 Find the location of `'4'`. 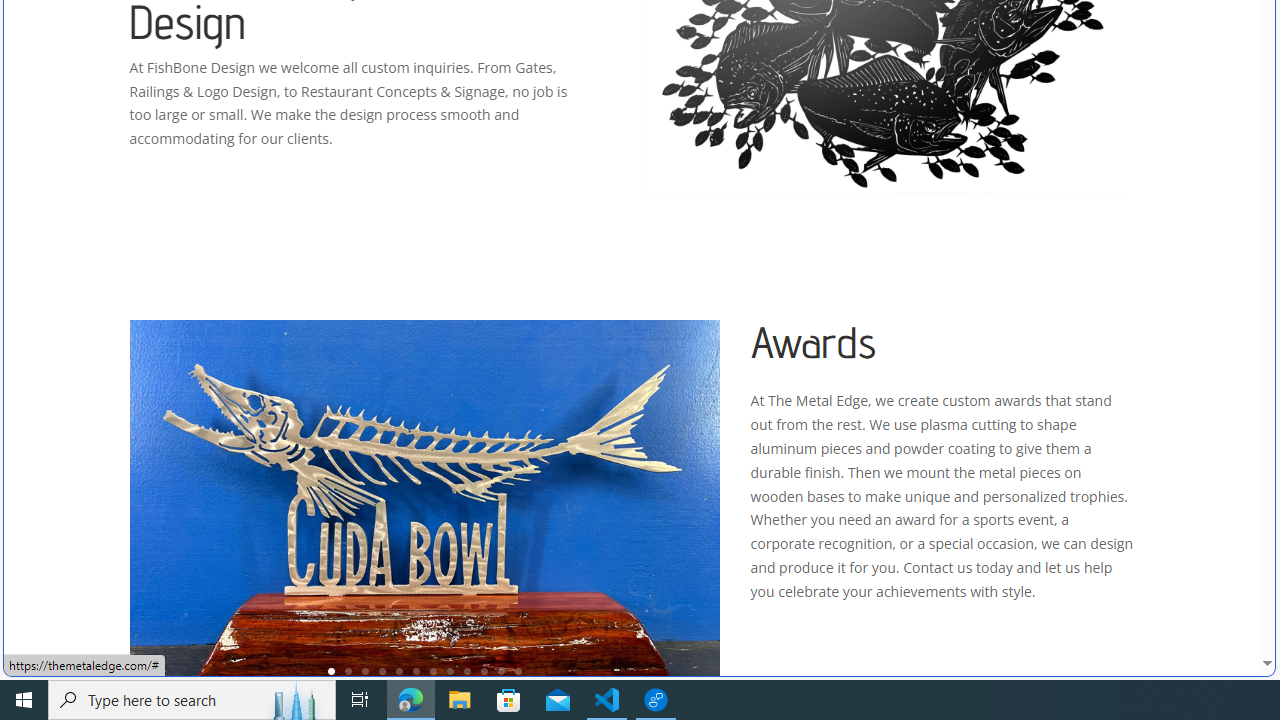

'4' is located at coordinates (382, 671).